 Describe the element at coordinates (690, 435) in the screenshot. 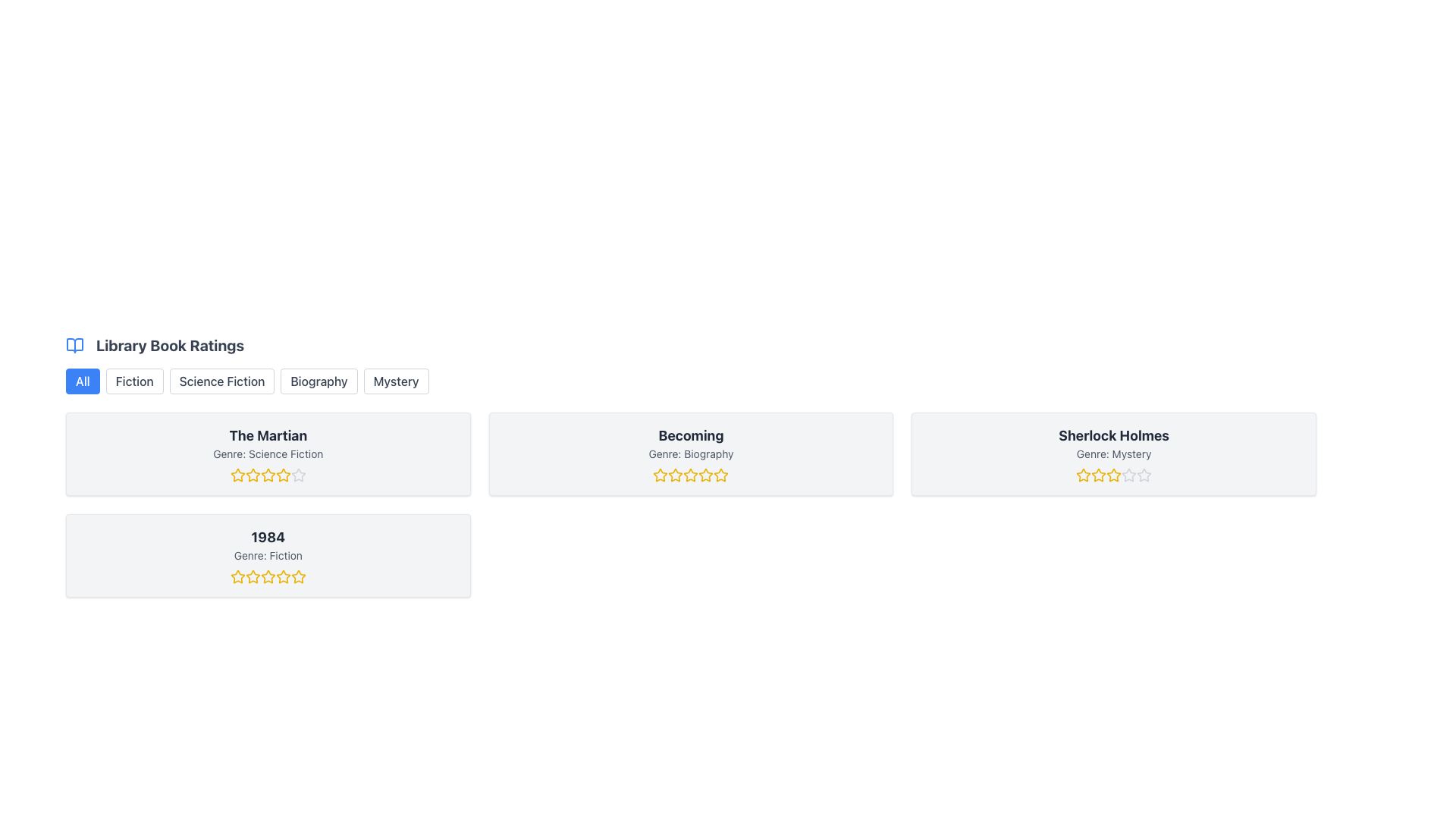

I see `the text label that reads 'Becoming', which is styled in bold dark gray and located at the top-central portion of the 'Becoming' card` at that location.